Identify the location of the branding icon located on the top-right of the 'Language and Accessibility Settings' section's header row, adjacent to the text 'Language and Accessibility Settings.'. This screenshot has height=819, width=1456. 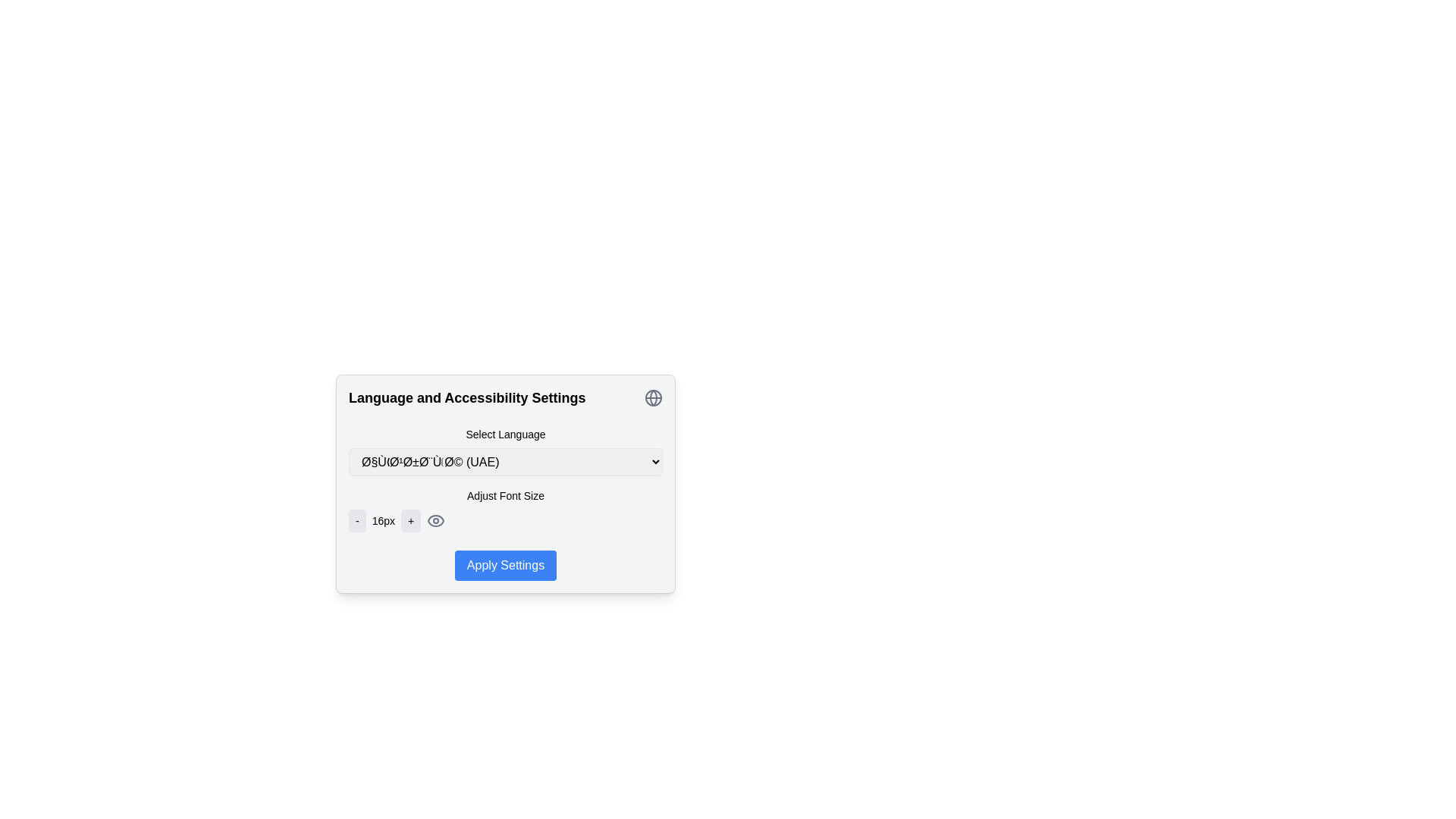
(654, 397).